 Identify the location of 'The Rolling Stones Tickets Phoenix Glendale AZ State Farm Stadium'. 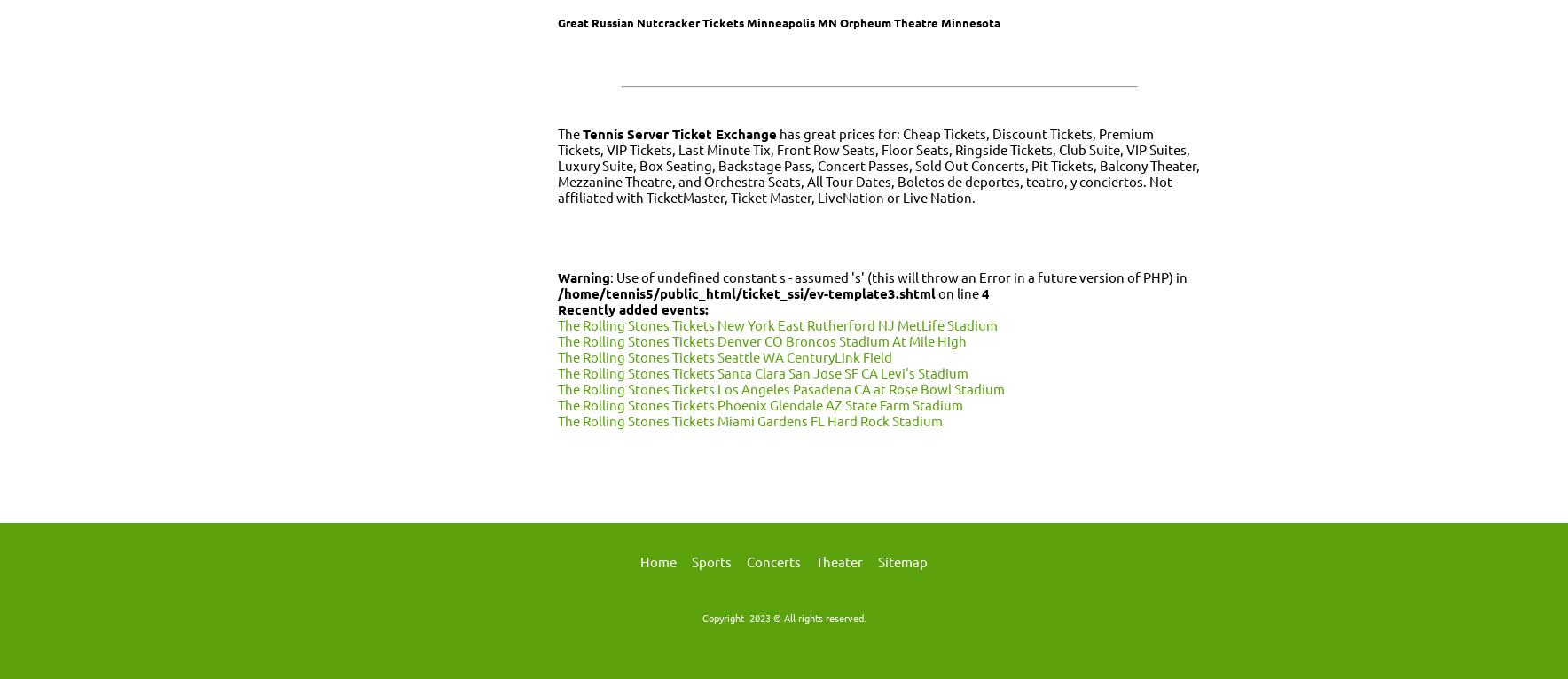
(557, 404).